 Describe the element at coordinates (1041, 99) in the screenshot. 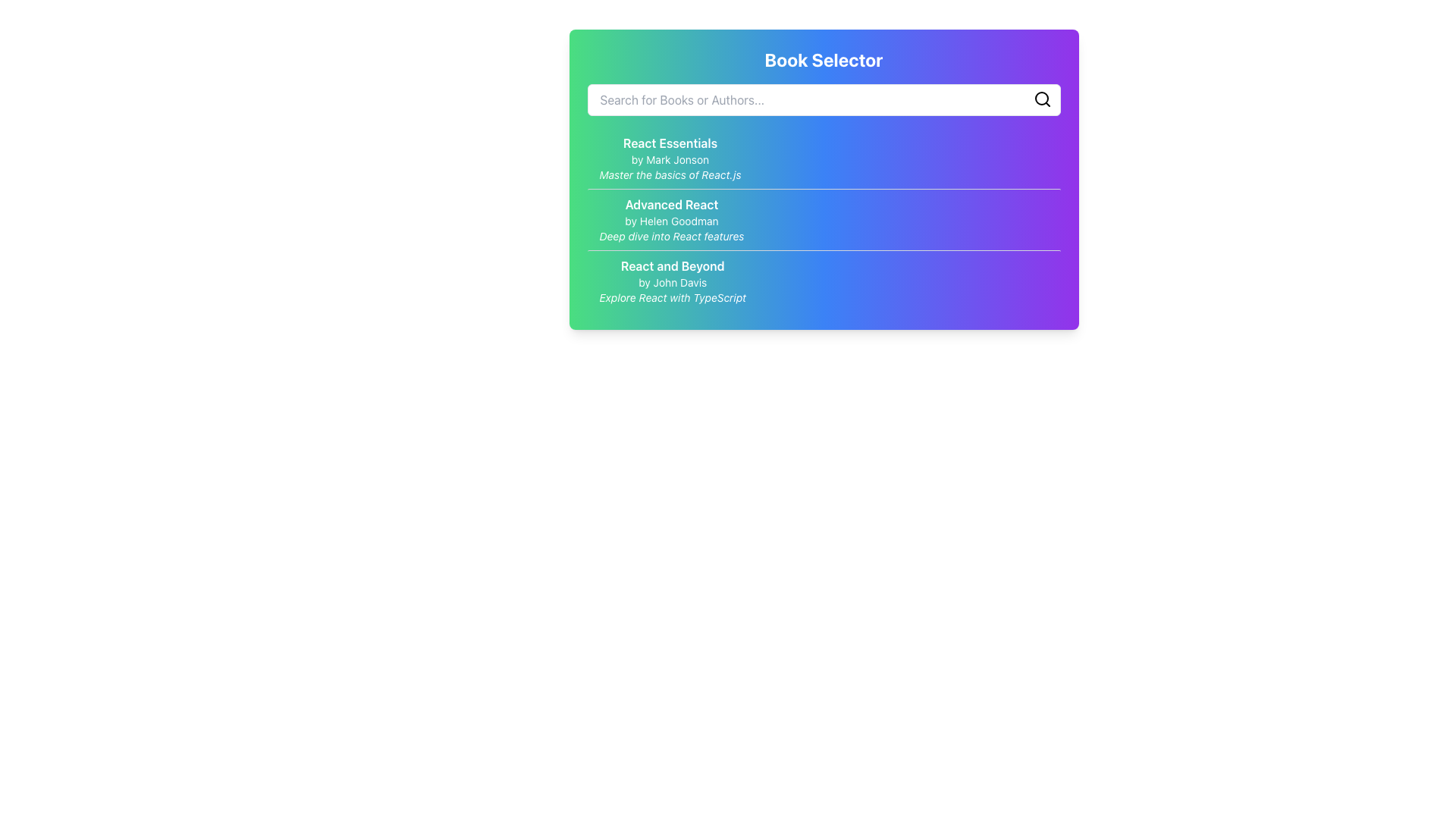

I see `the small black magnifying glass icon used for search functionality located in the top-right corner of the text input field below the 'Book Selector' heading` at that location.